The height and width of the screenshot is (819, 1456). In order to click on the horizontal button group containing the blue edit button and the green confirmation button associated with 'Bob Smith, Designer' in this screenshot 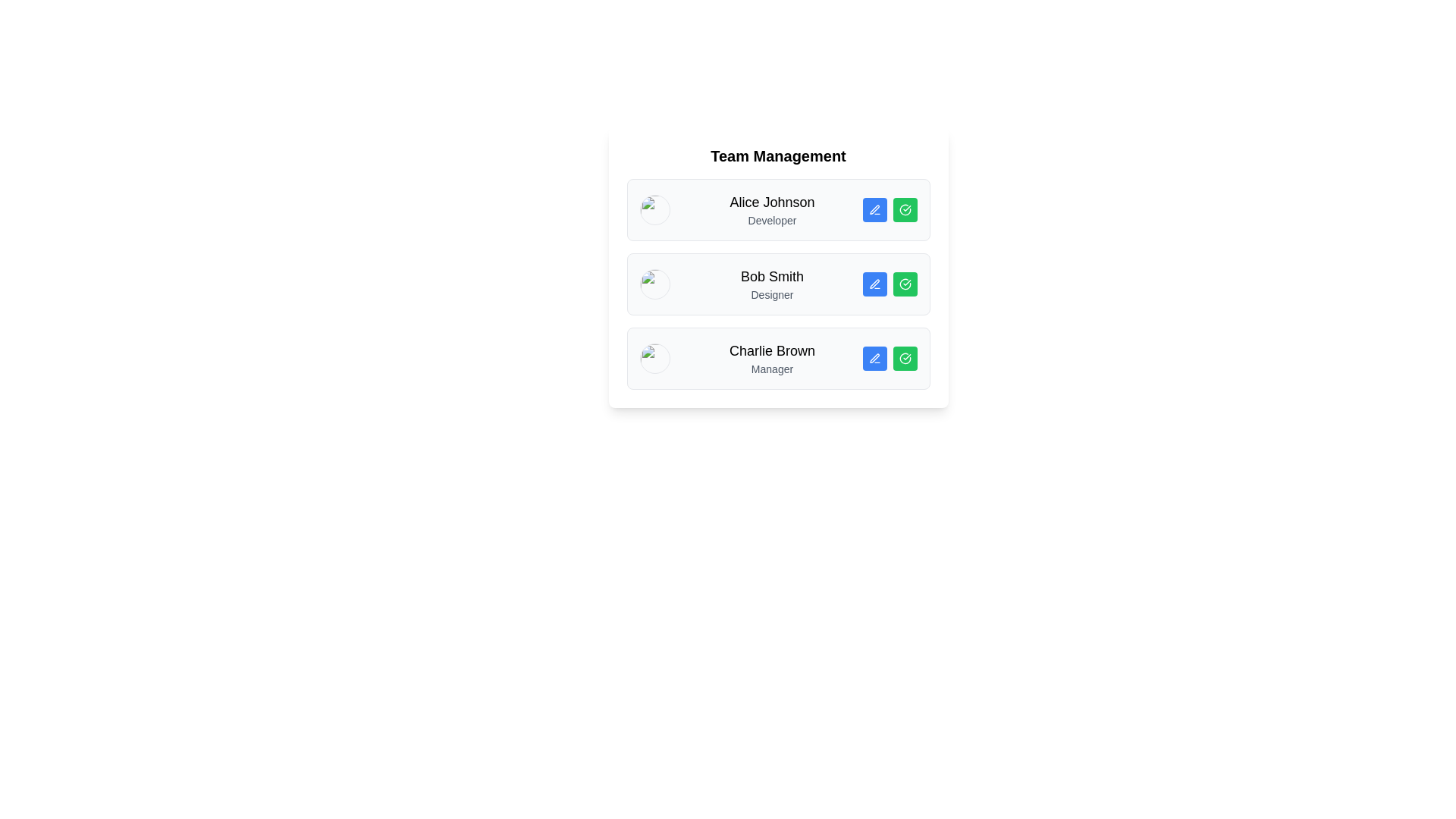, I will do `click(890, 284)`.